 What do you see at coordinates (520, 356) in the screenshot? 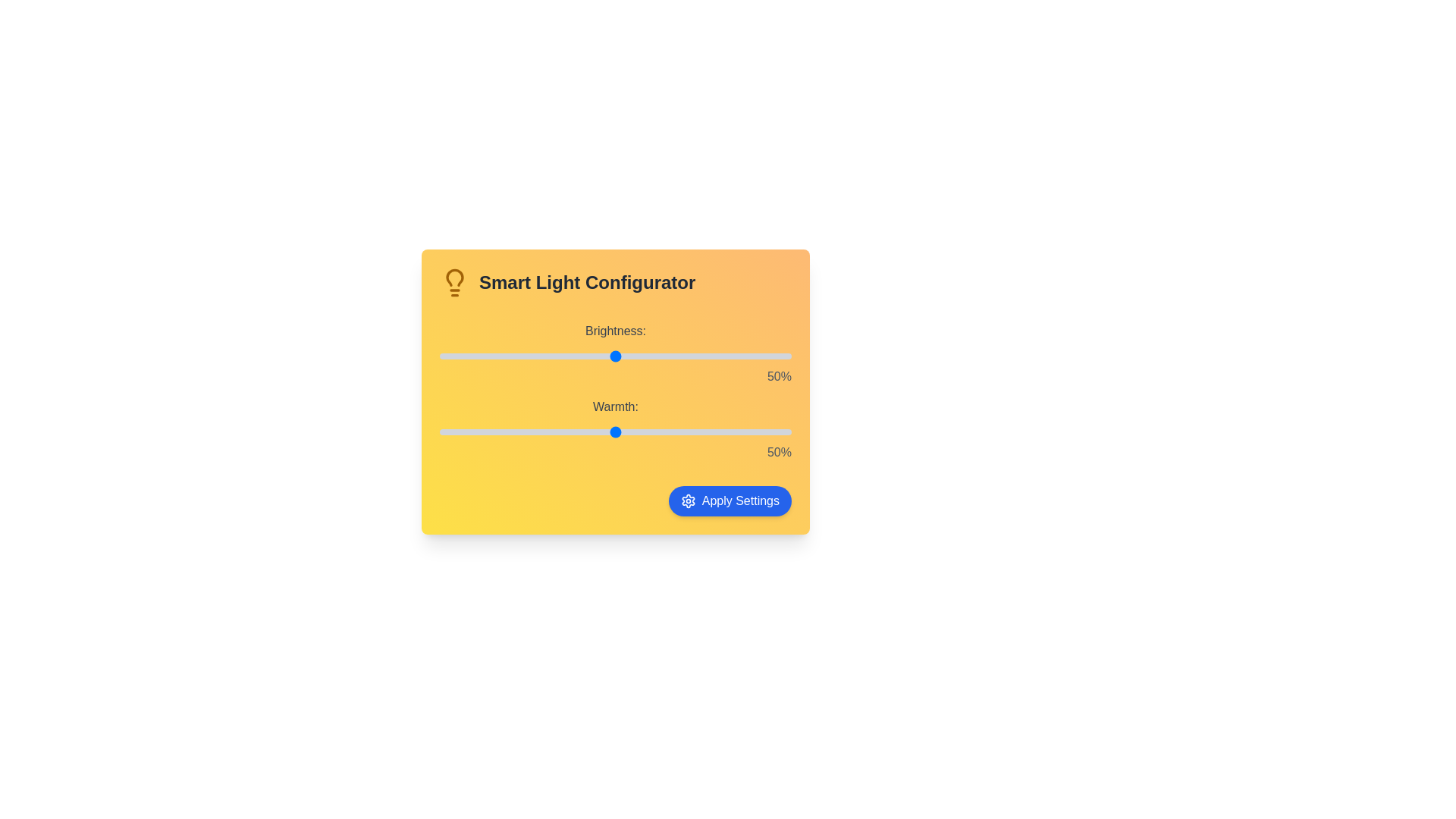
I see `the brightness level` at bounding box center [520, 356].